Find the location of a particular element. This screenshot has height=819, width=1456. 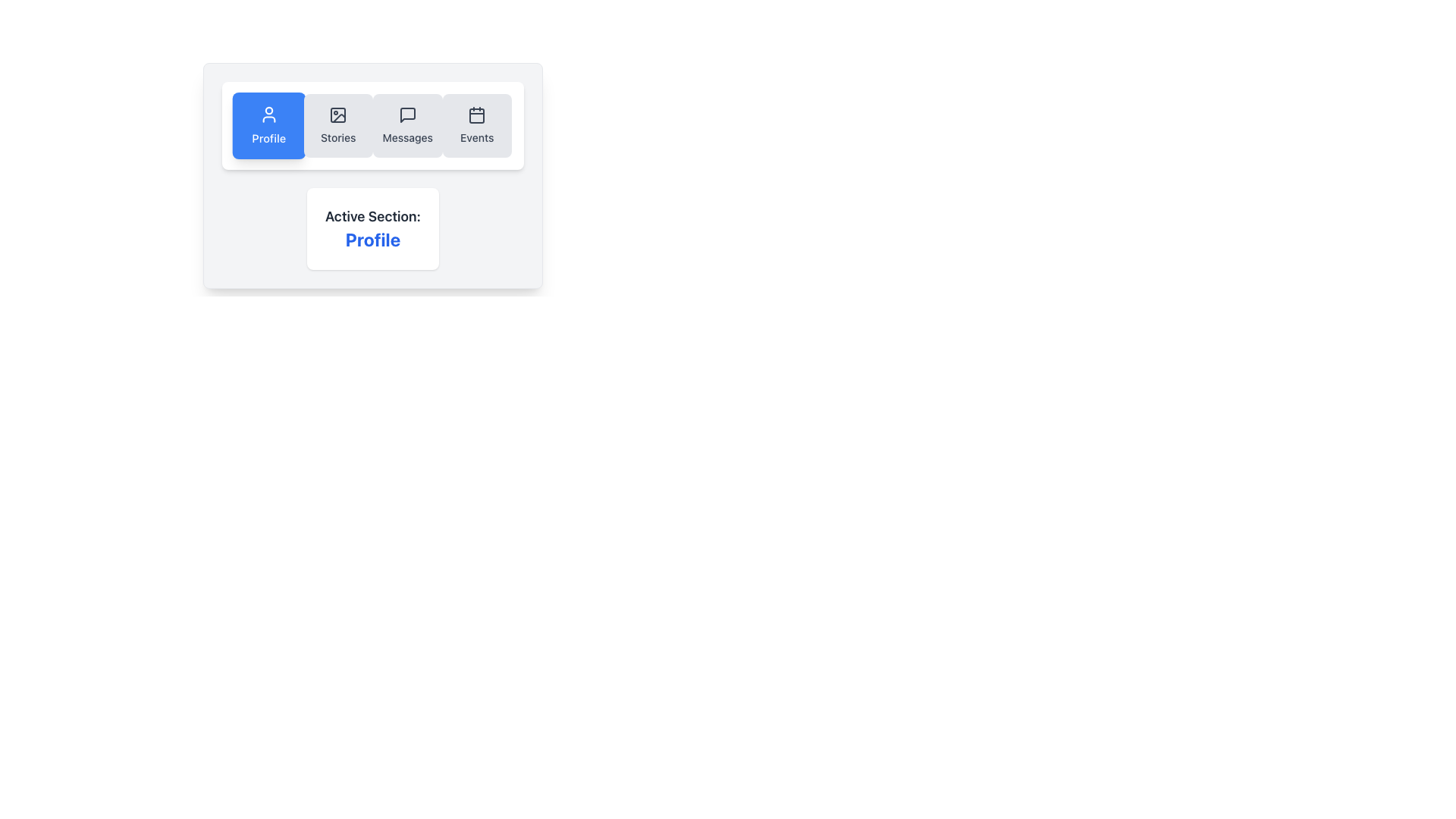

the text label that displays 'Active Section:' which indicates the context of the content below it is located at coordinates (372, 216).